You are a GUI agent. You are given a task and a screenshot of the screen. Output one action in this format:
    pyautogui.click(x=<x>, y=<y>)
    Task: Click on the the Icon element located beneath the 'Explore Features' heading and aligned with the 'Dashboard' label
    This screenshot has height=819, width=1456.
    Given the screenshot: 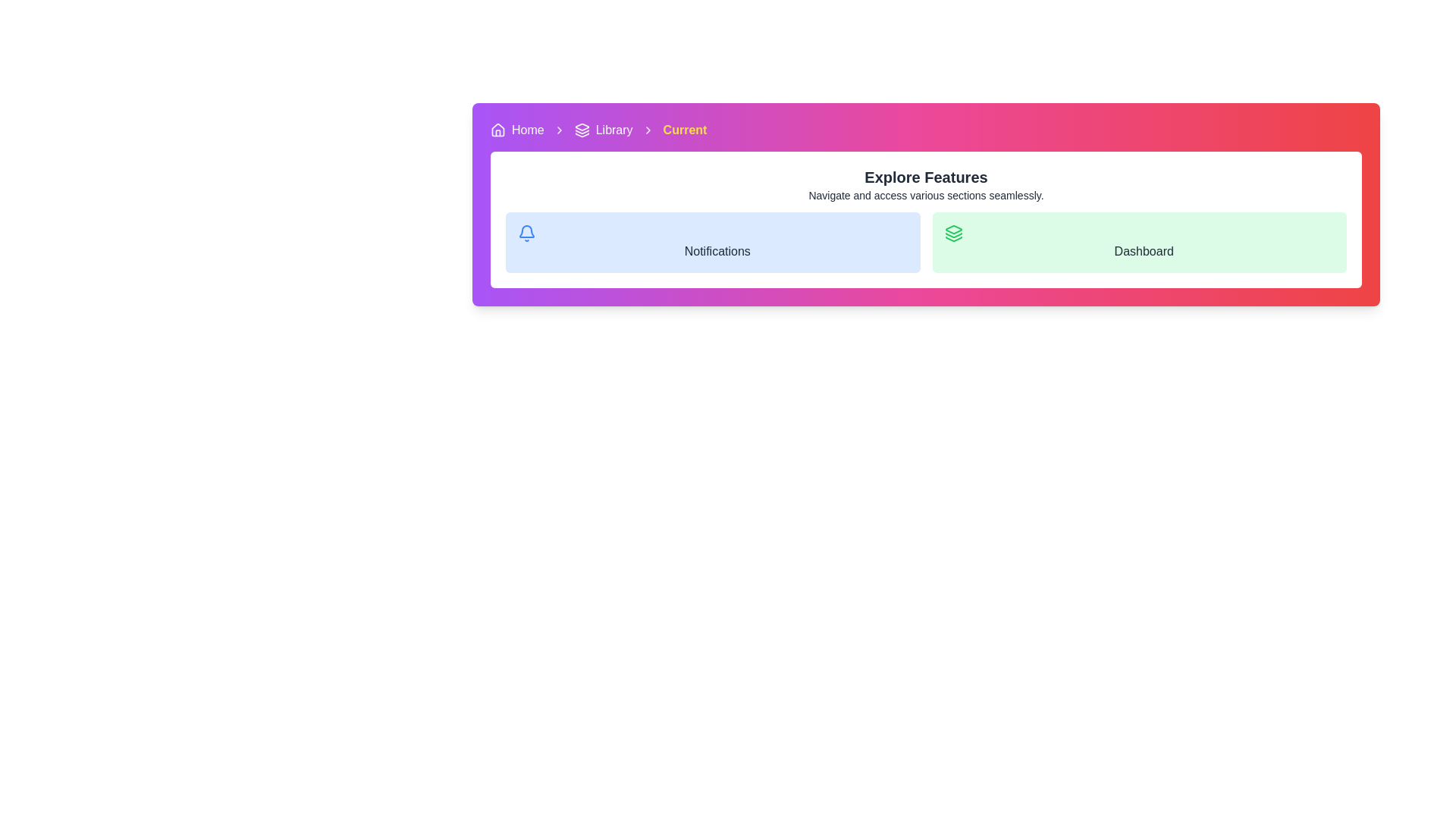 What is the action you would take?
    pyautogui.click(x=952, y=230)
    